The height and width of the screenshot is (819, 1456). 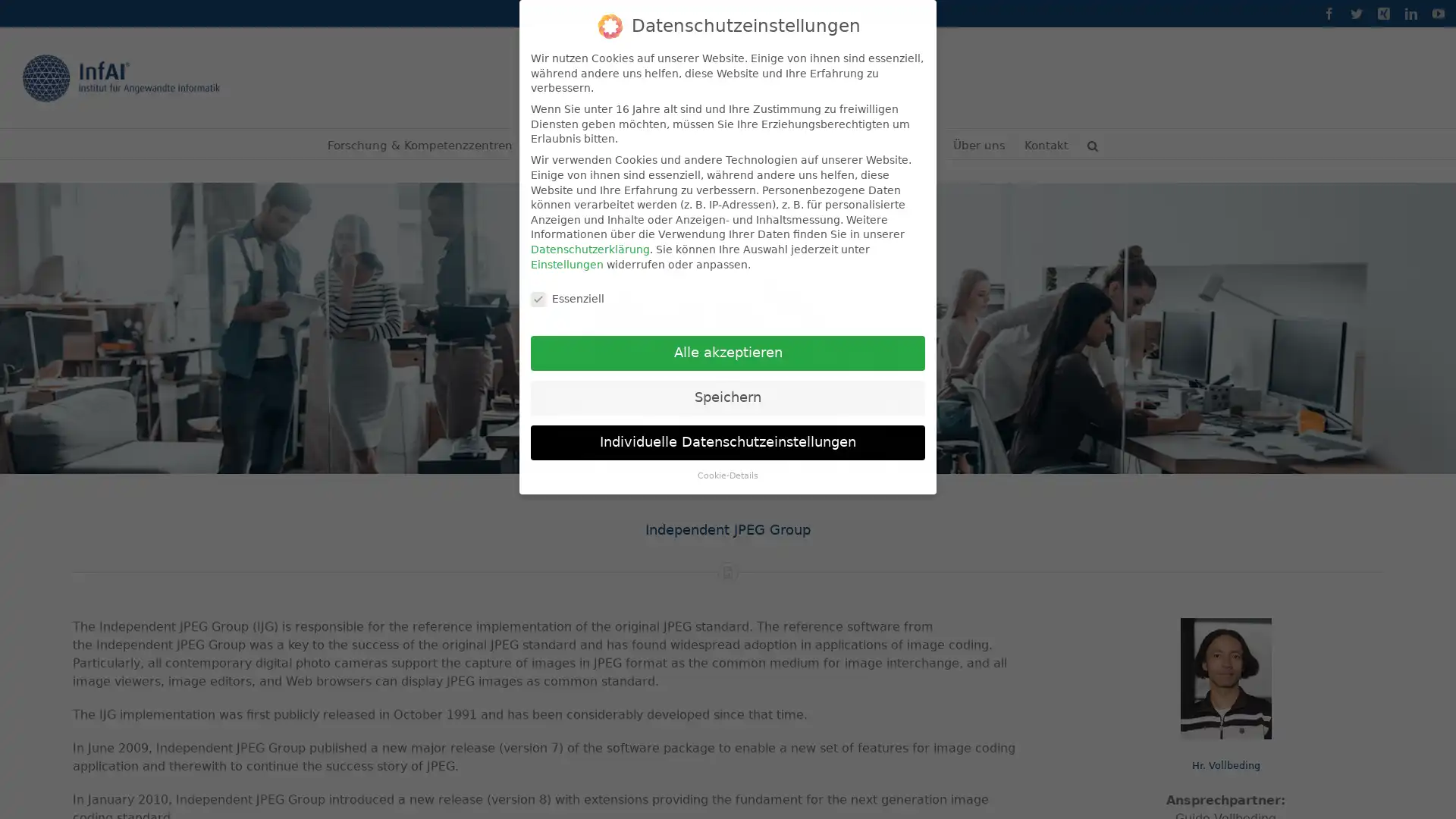 What do you see at coordinates (728, 475) in the screenshot?
I see `Cookie-Details` at bounding box center [728, 475].